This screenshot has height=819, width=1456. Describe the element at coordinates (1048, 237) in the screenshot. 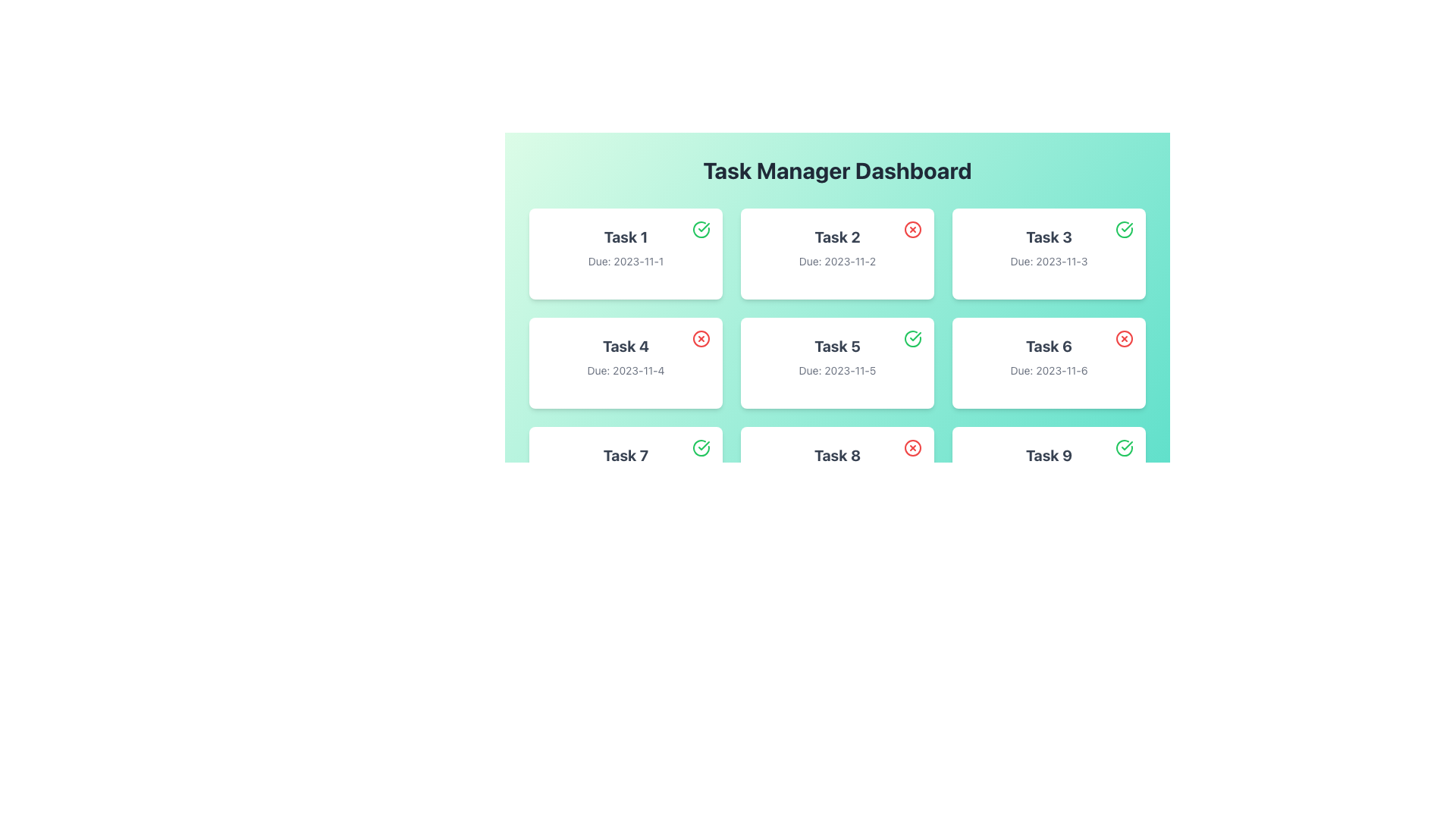

I see `the text label element that serves as the title or identifier for the task card, positioned at the top-center of the card` at that location.